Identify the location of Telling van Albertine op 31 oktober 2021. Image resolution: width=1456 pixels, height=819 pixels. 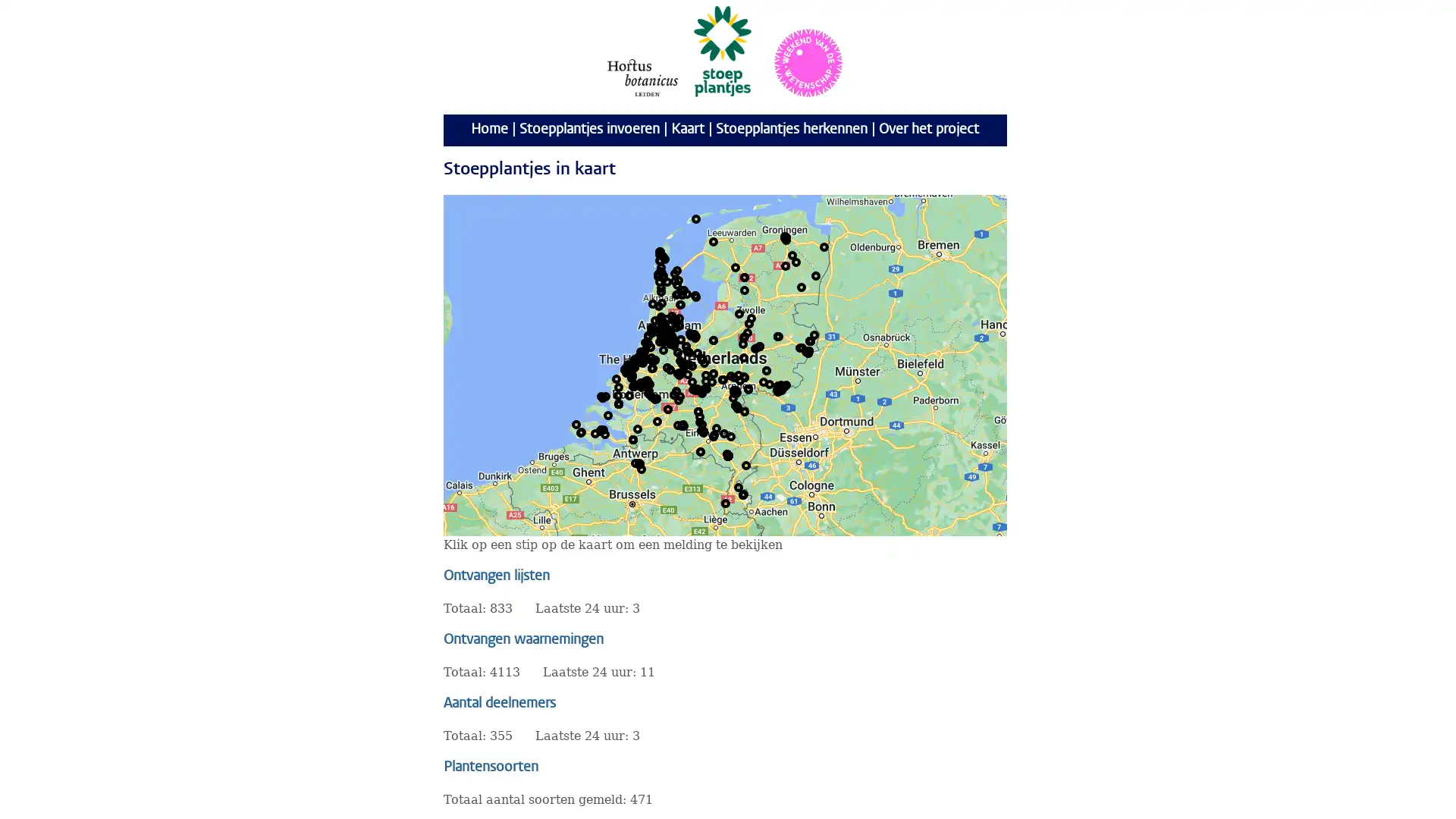
(697, 388).